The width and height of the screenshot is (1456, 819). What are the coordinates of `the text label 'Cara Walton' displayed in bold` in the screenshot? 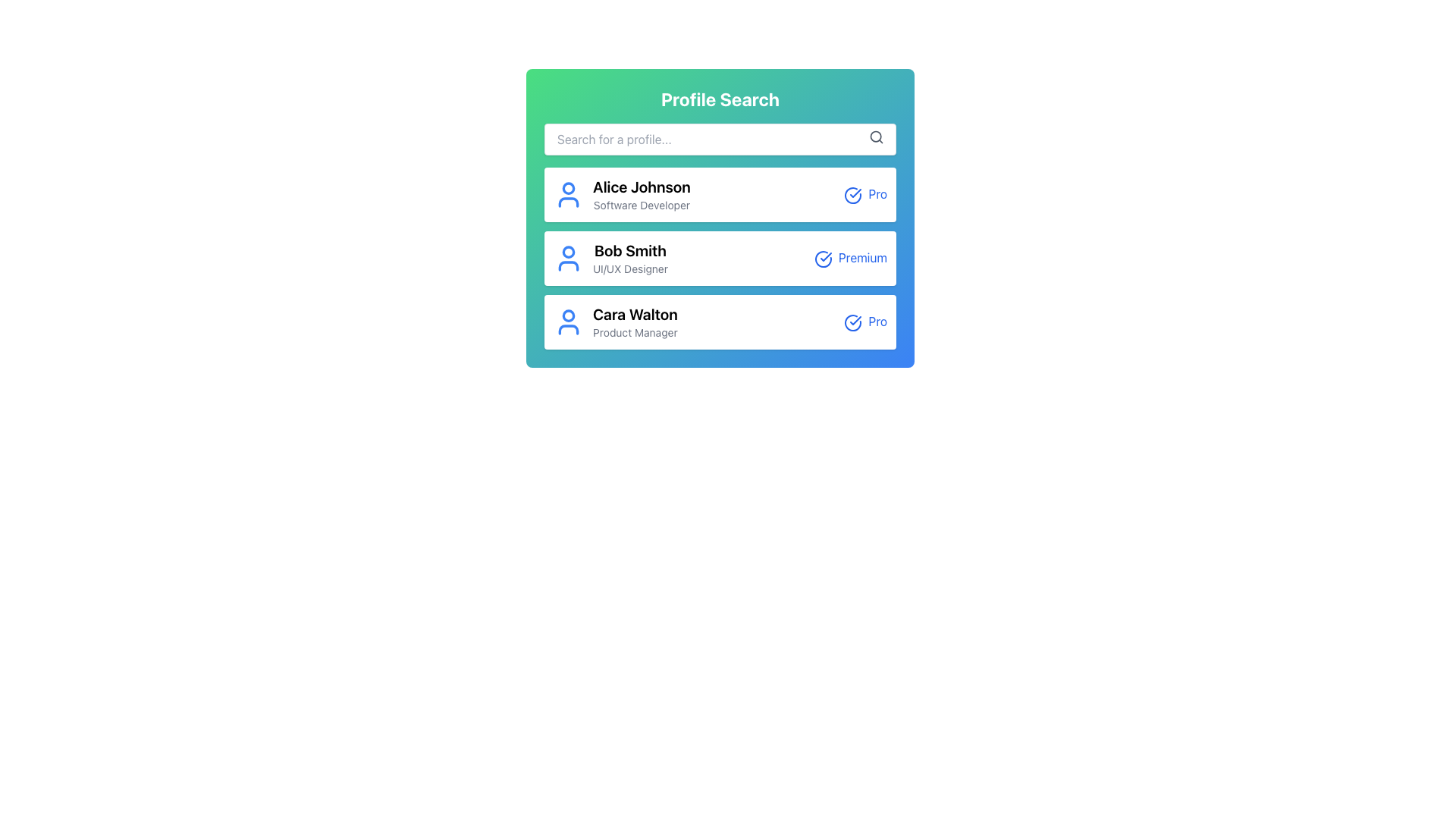 It's located at (635, 314).